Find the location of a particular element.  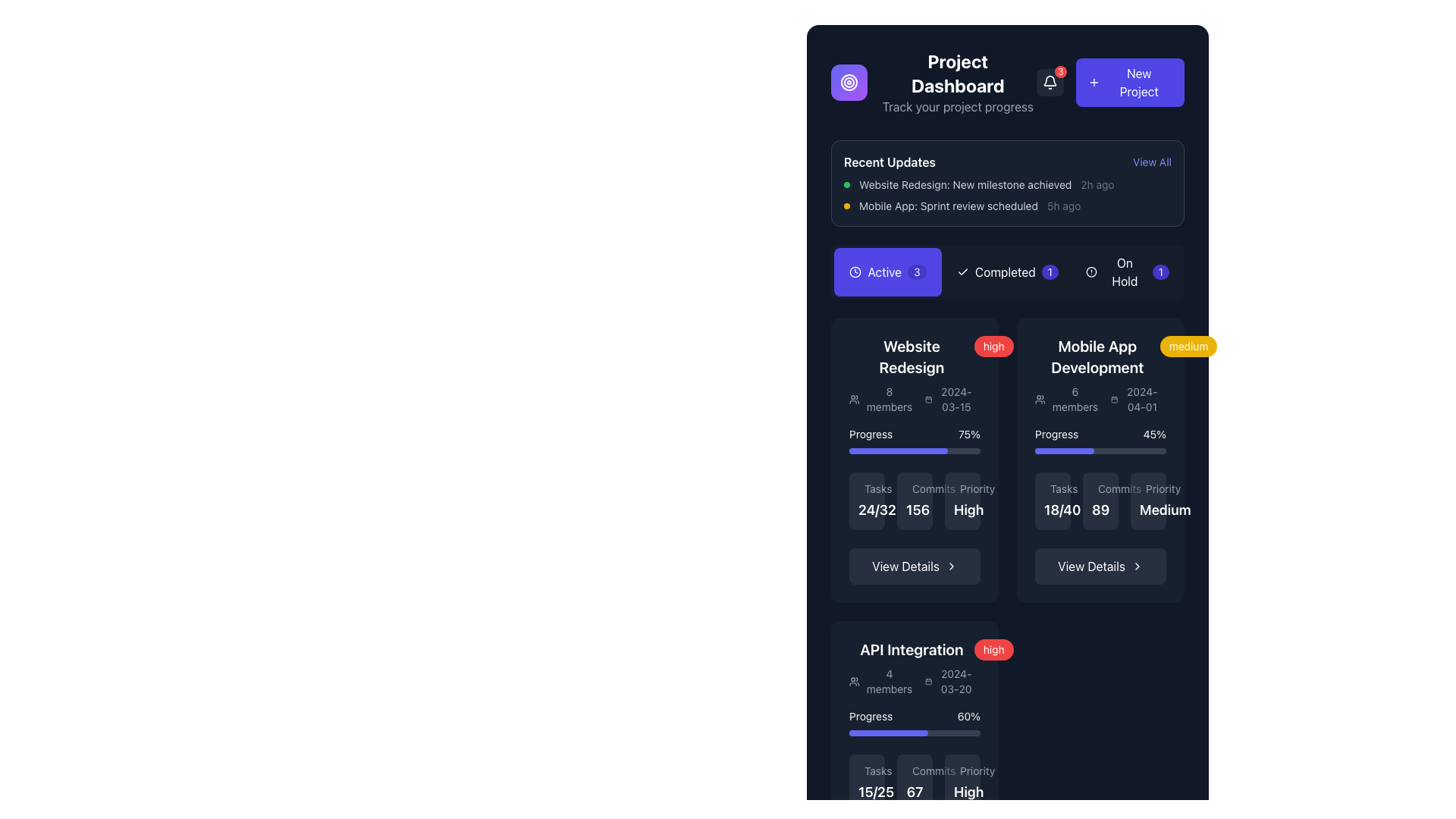

the bold text label reading 'Recent Updates' located at the top-left corner of the section and preceding the 'View All' link is located at coordinates (890, 162).